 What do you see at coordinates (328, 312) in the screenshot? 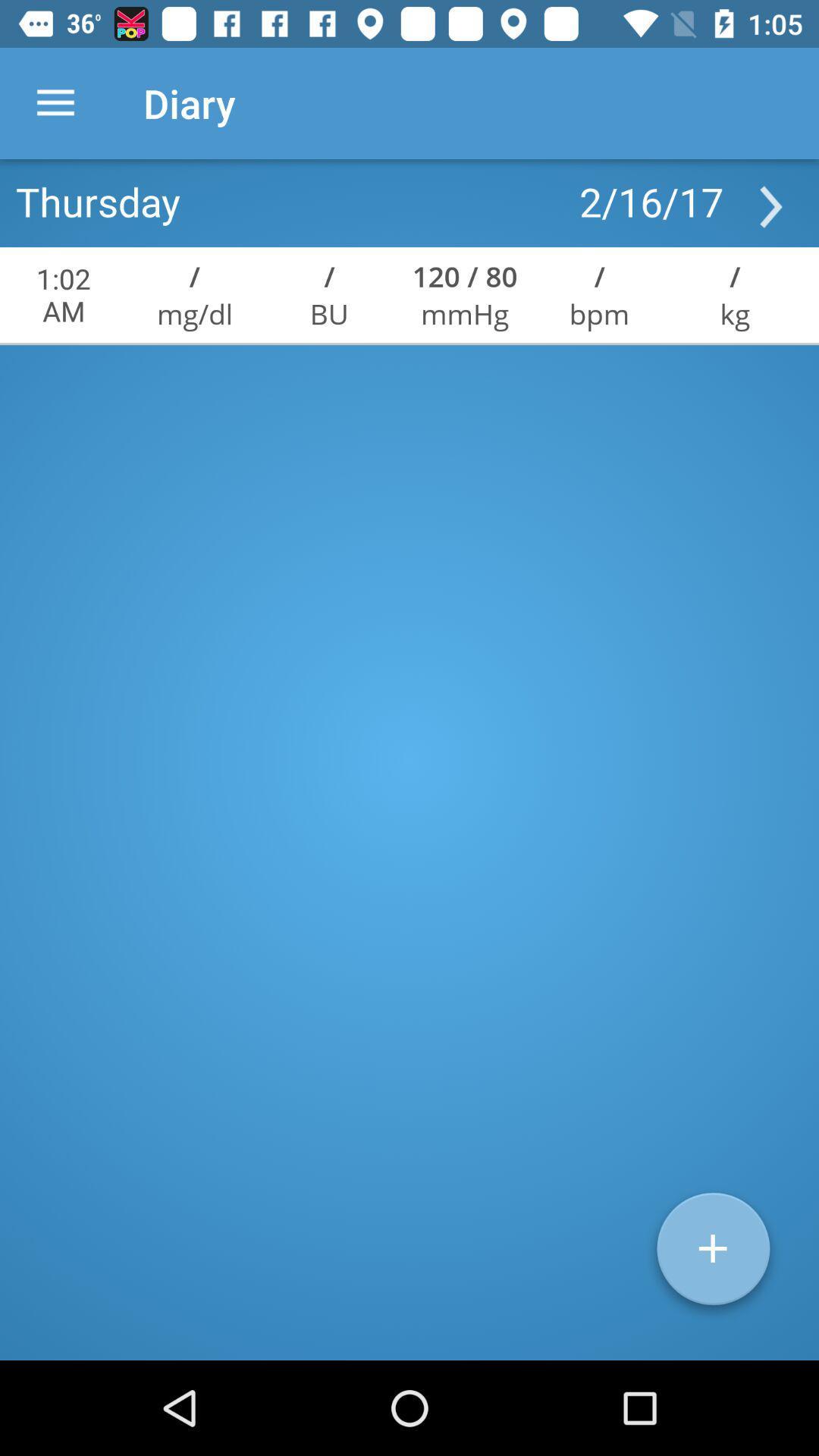
I see `the item next to mg/dl item` at bounding box center [328, 312].